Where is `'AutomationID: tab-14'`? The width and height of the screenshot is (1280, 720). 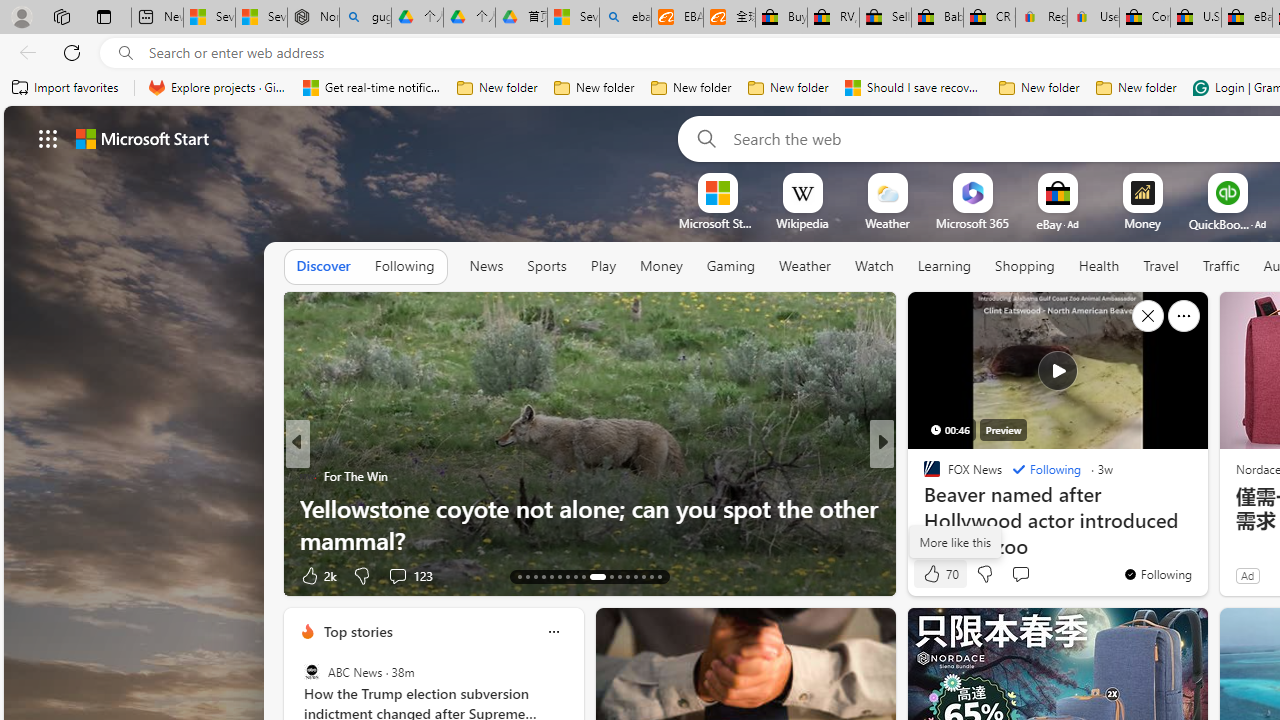 'AutomationID: tab-14' is located at coordinates (528, 577).